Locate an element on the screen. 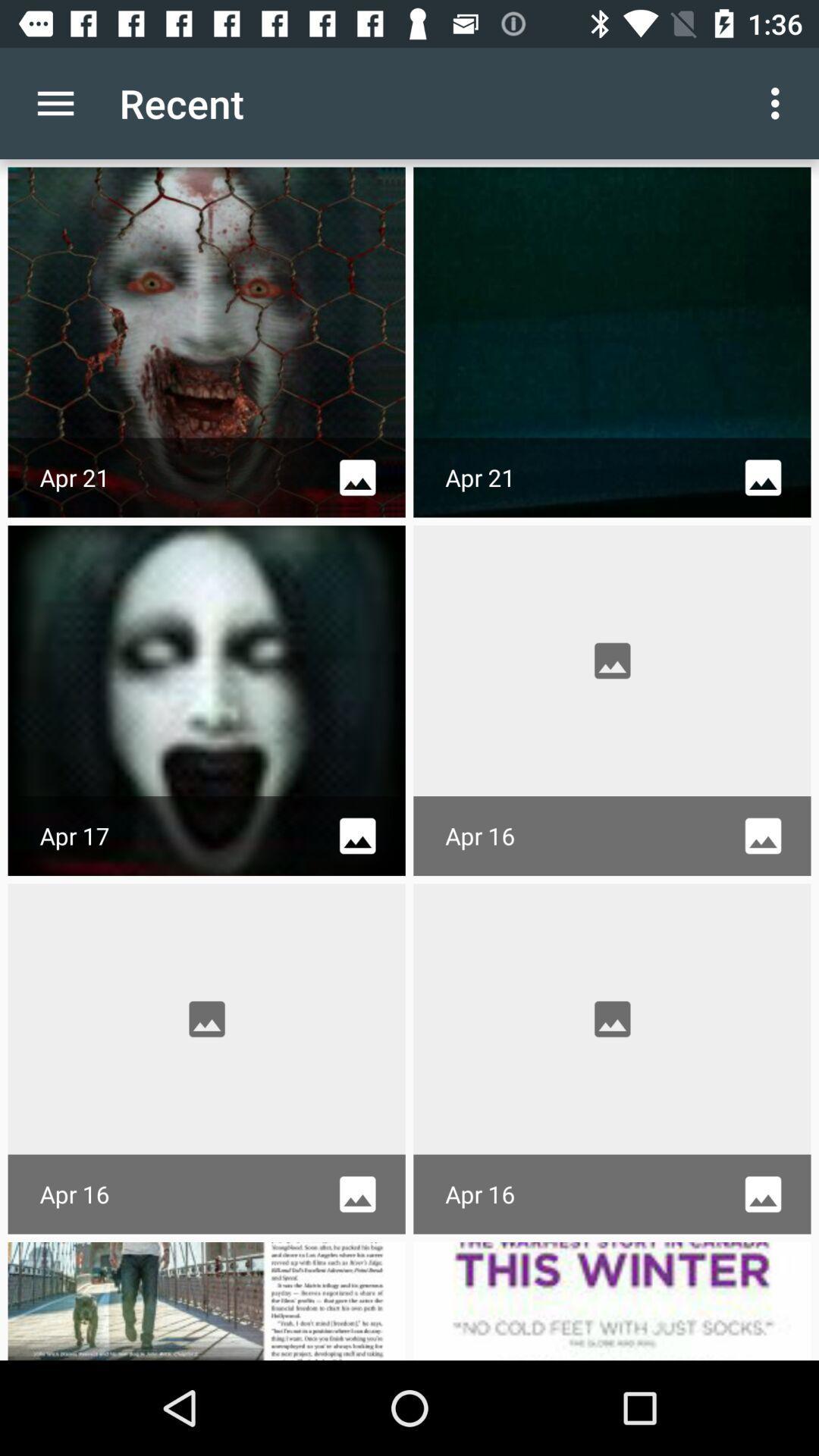  the image in which dog appears is located at coordinates (207, 1300).